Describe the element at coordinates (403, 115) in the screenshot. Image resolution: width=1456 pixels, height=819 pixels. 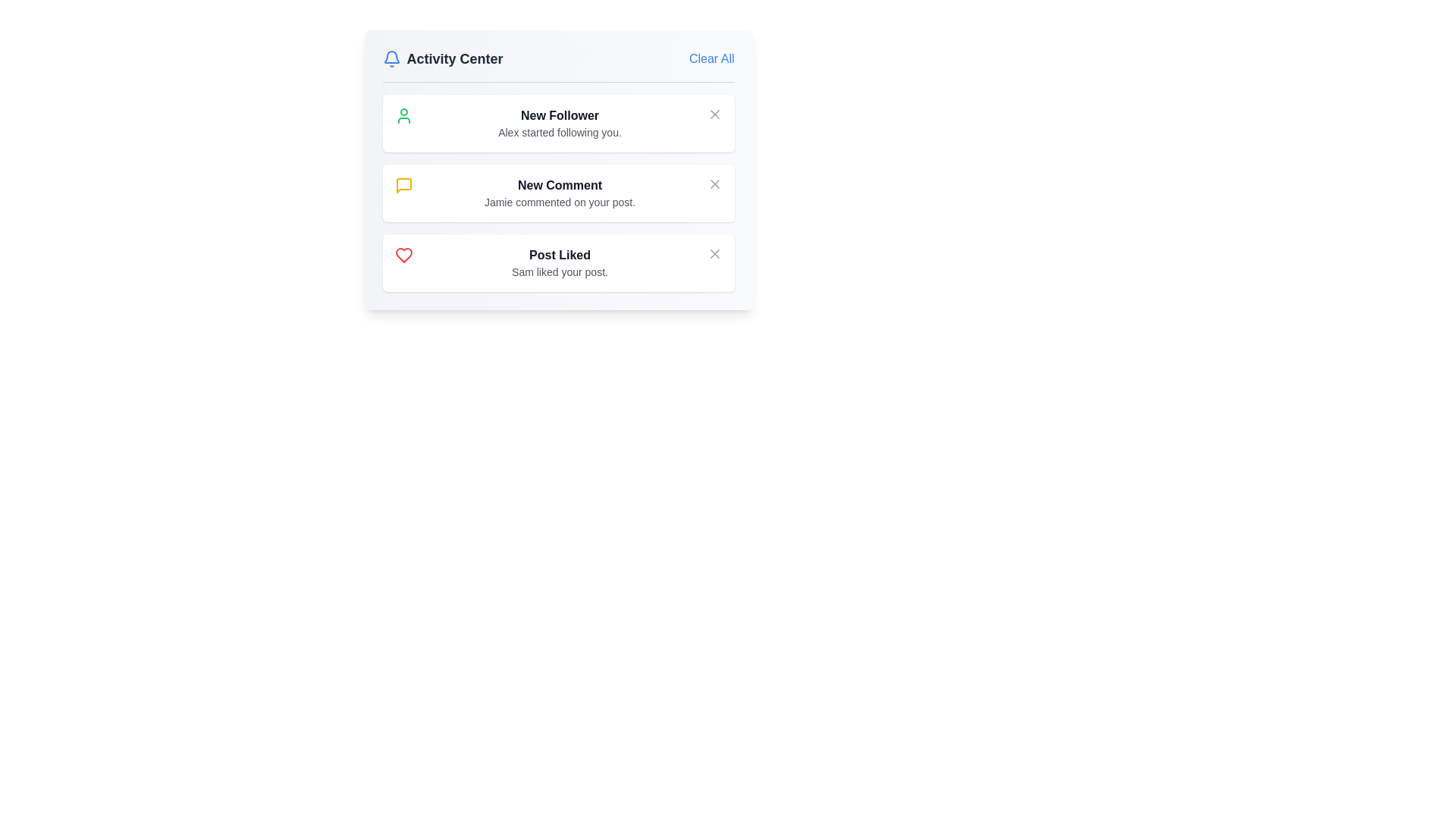
I see `the new follower notification icon, which is the first visual element in the notification card labeled 'New Follower'` at that location.